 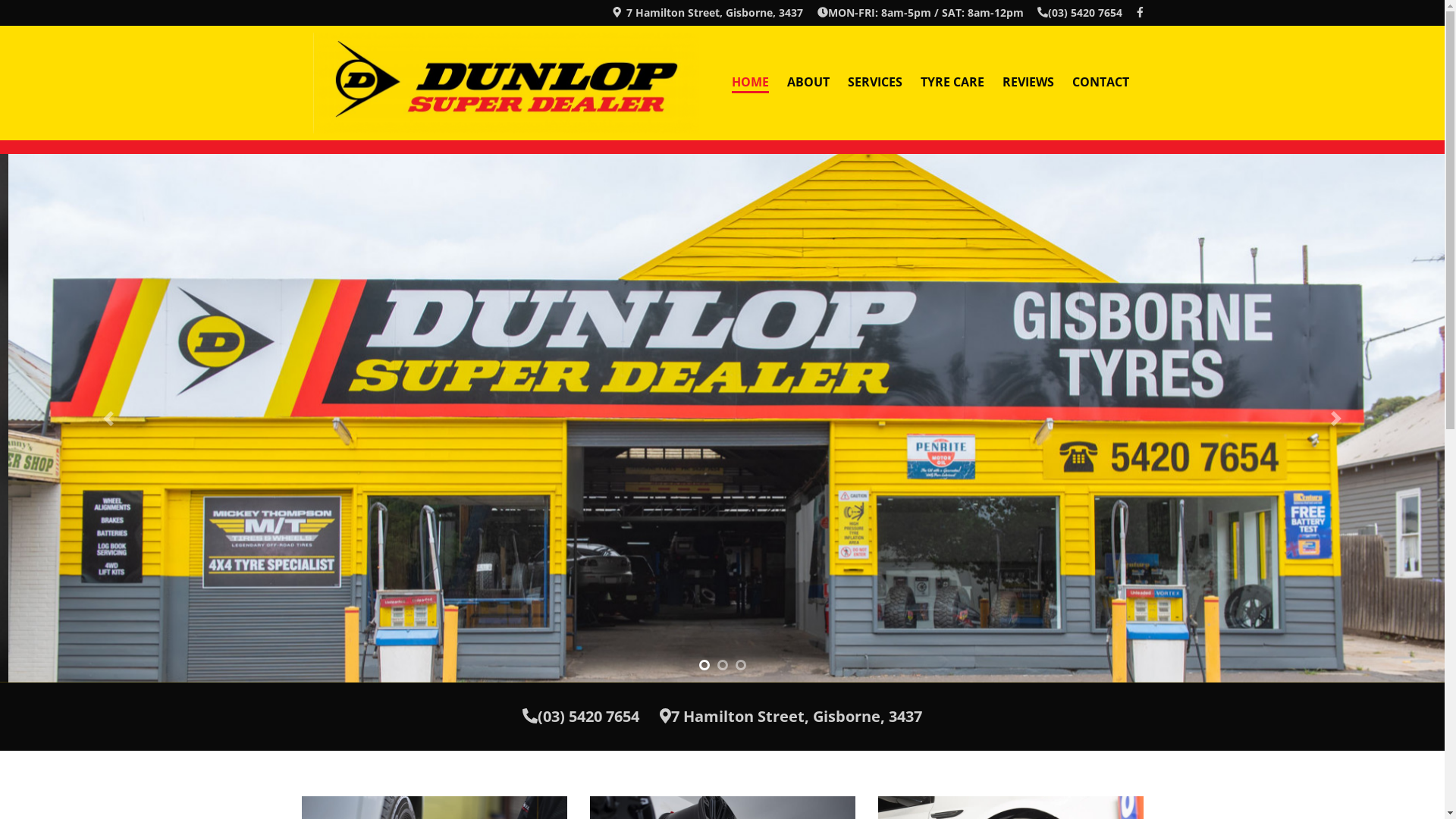 I want to click on '7 Hamilton Street, Gisborne, 3437', so click(x=706, y=12).